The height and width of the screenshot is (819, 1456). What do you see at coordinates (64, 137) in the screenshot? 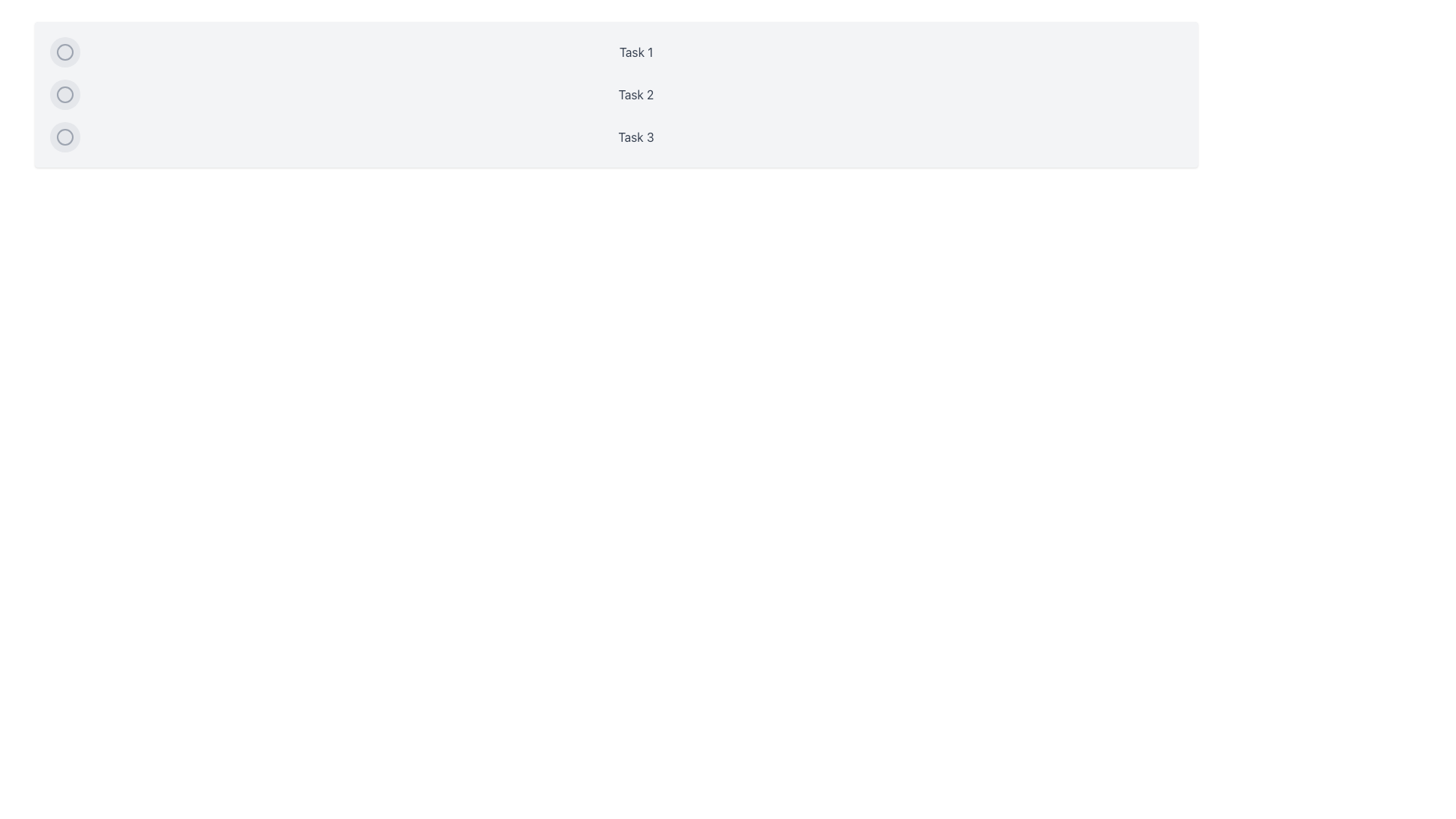
I see `the third radio button in the vertical list located next to 'Task 3'` at bounding box center [64, 137].